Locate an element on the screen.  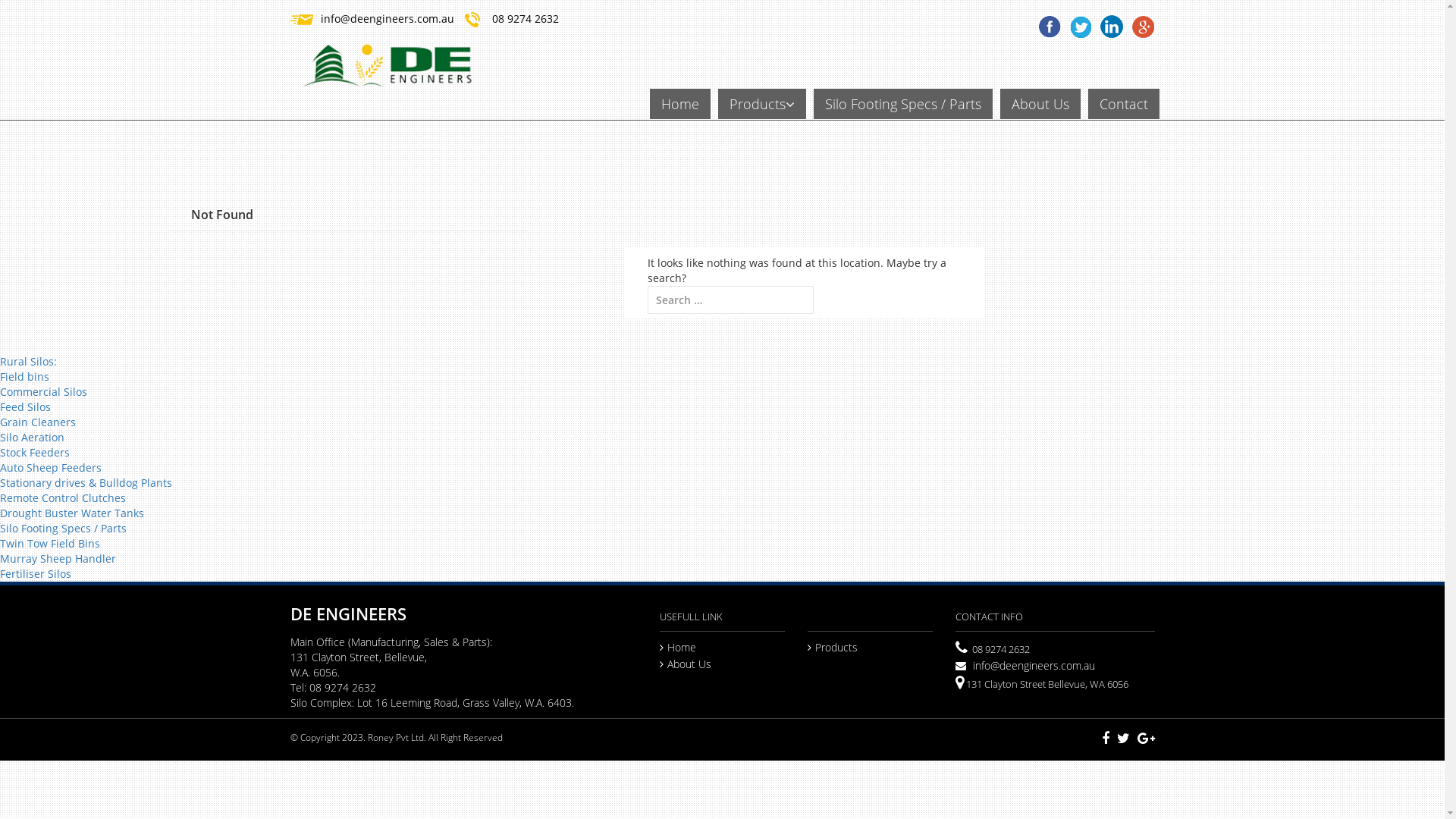
'Auto Sheep Feeders' is located at coordinates (51, 466).